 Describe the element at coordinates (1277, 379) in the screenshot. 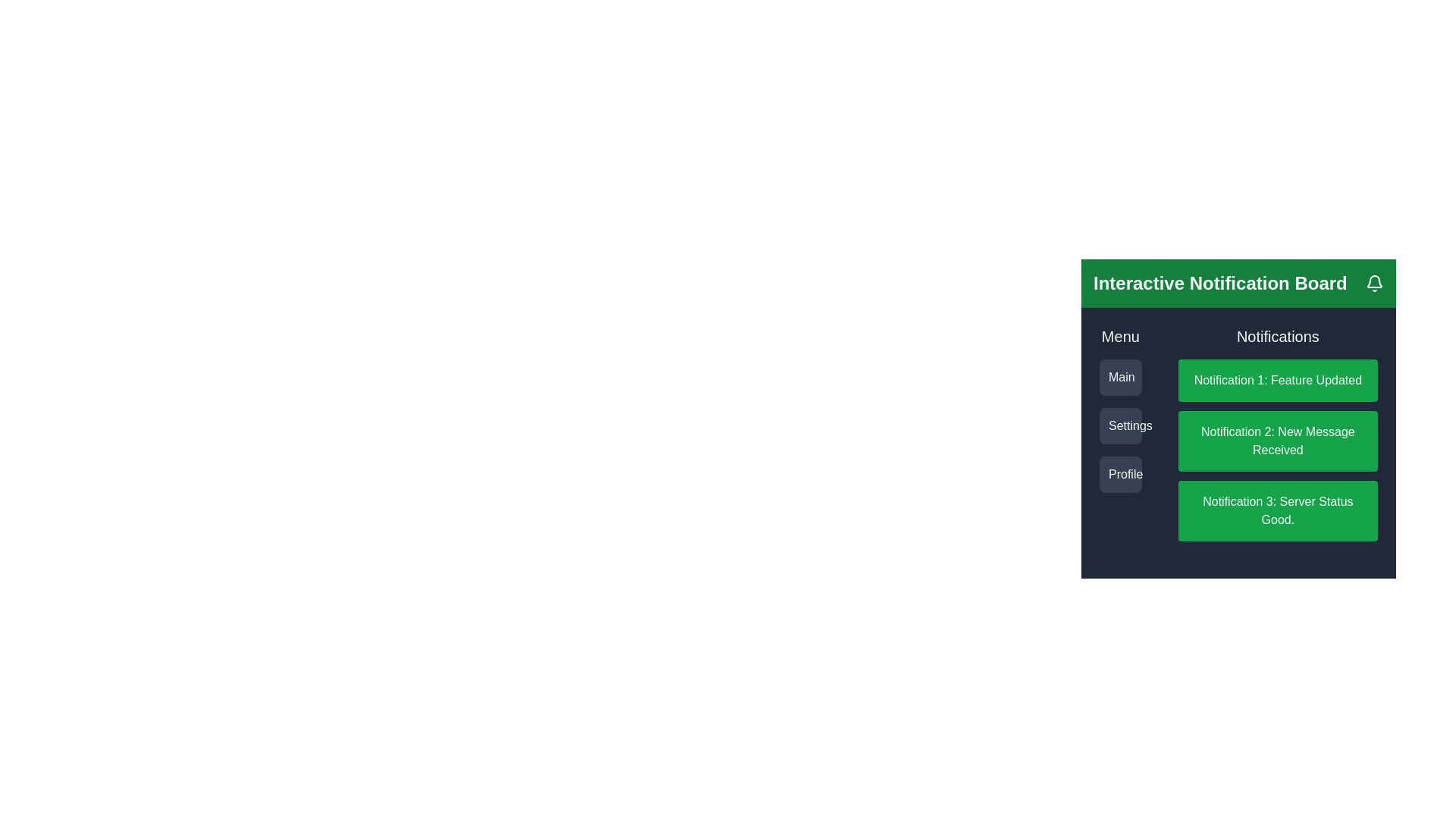

I see `the Static information box titled 'Notification 1: Feature Updated'` at that location.